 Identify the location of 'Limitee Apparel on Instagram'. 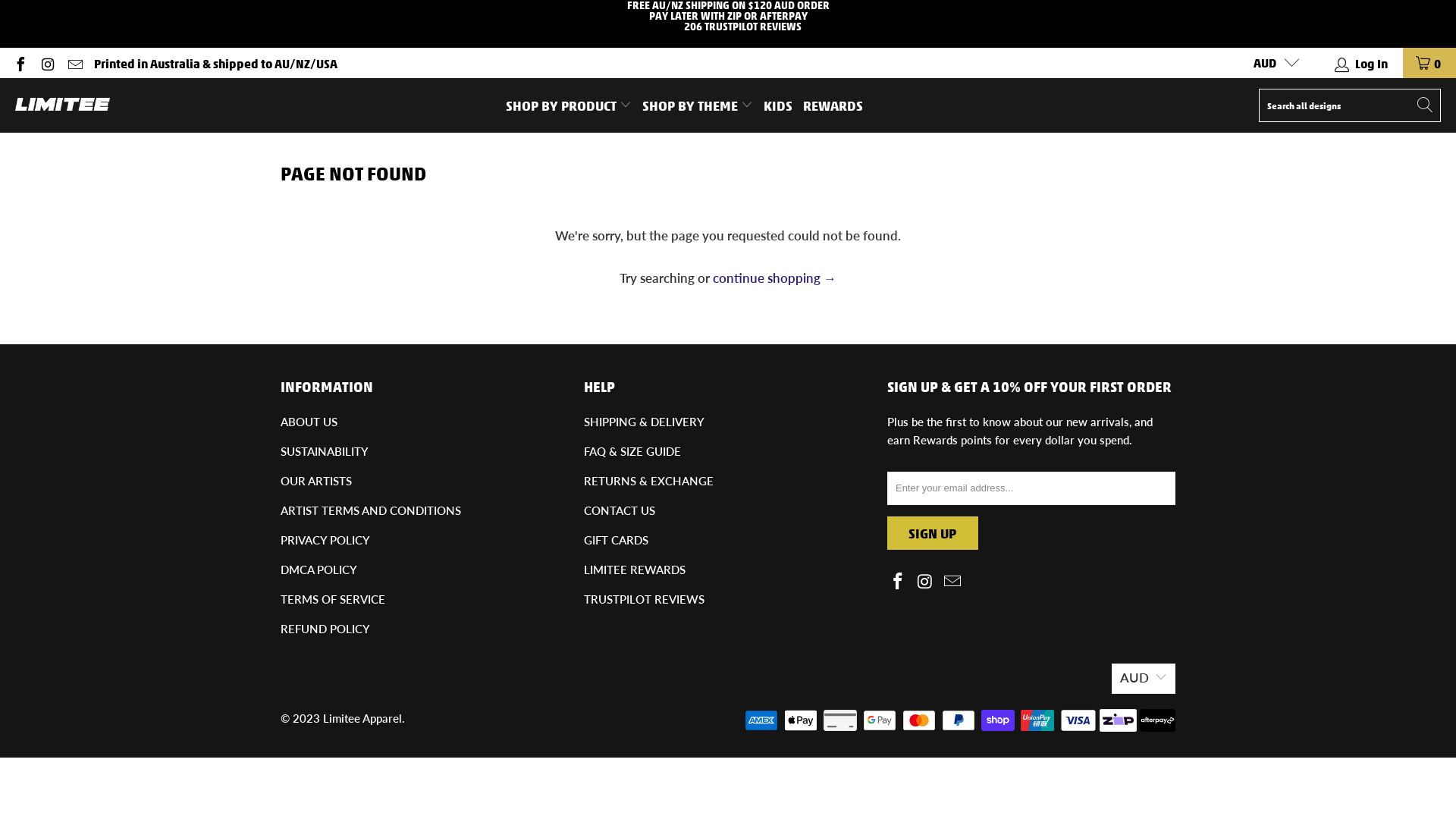
(47, 61).